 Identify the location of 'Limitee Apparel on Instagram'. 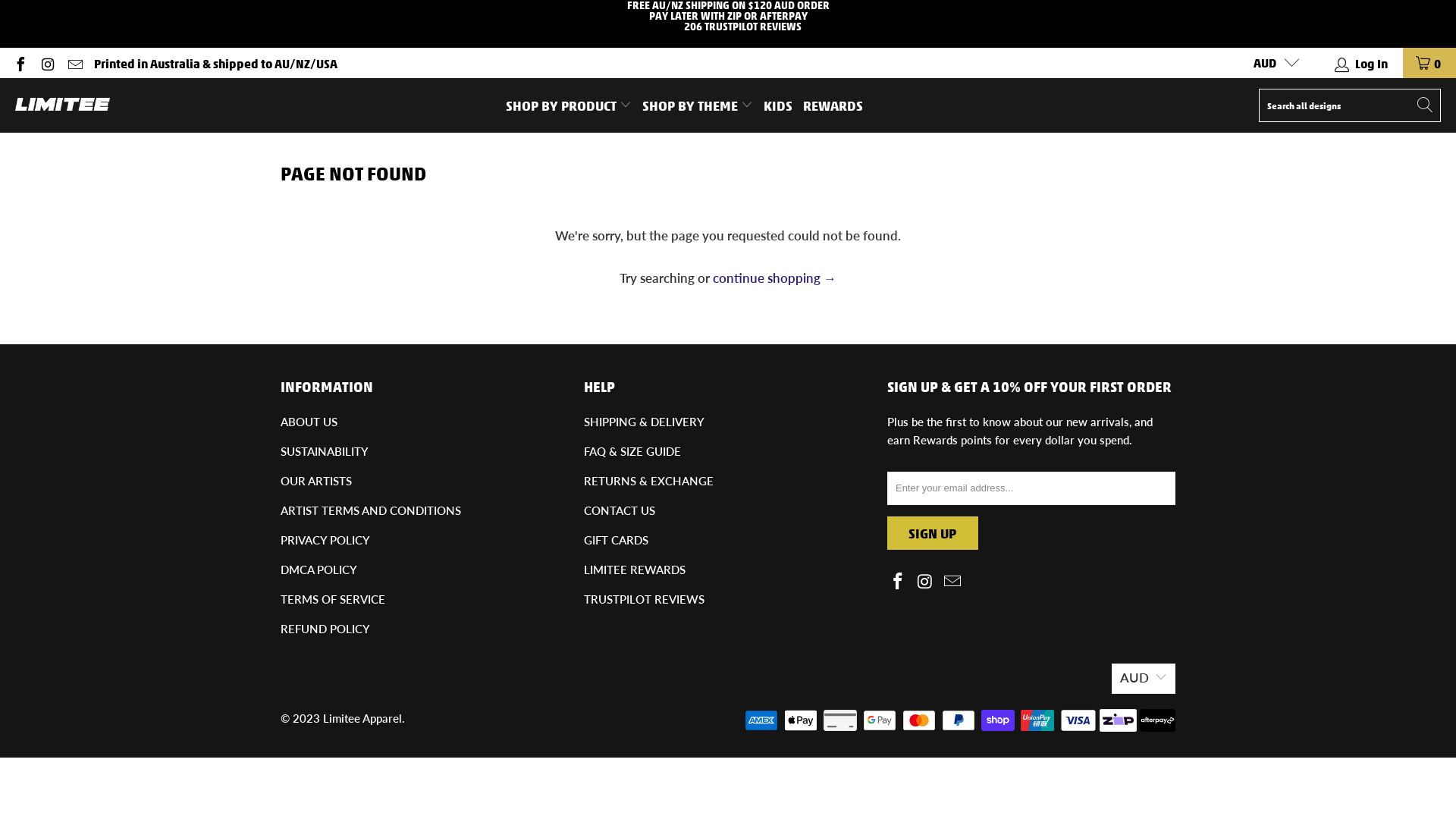
(47, 61).